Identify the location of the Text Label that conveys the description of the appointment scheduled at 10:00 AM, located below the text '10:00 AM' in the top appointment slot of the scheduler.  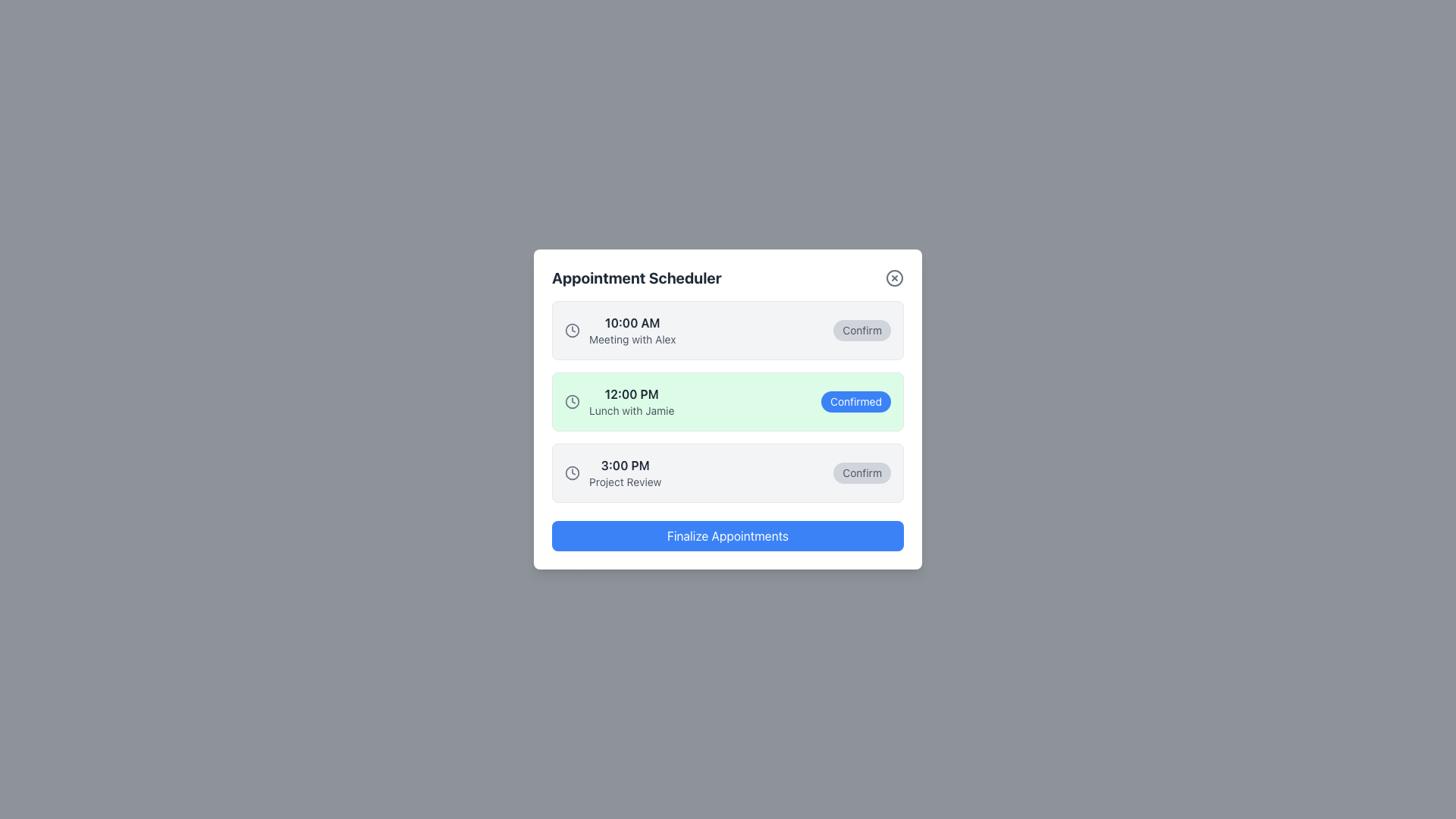
(632, 338).